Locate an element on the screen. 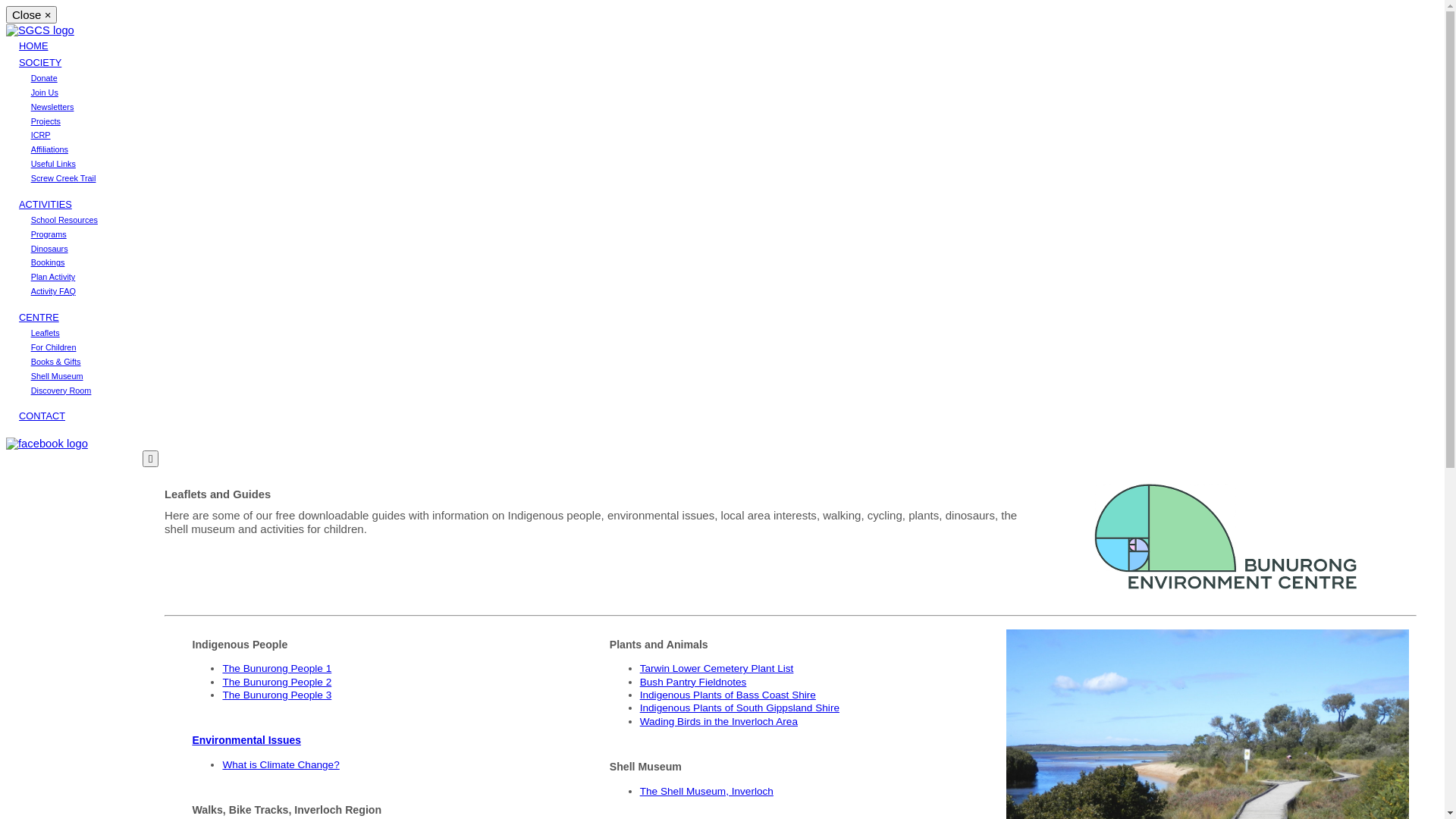 This screenshot has height=819, width=1456. 'Join Us' is located at coordinates (31, 93).